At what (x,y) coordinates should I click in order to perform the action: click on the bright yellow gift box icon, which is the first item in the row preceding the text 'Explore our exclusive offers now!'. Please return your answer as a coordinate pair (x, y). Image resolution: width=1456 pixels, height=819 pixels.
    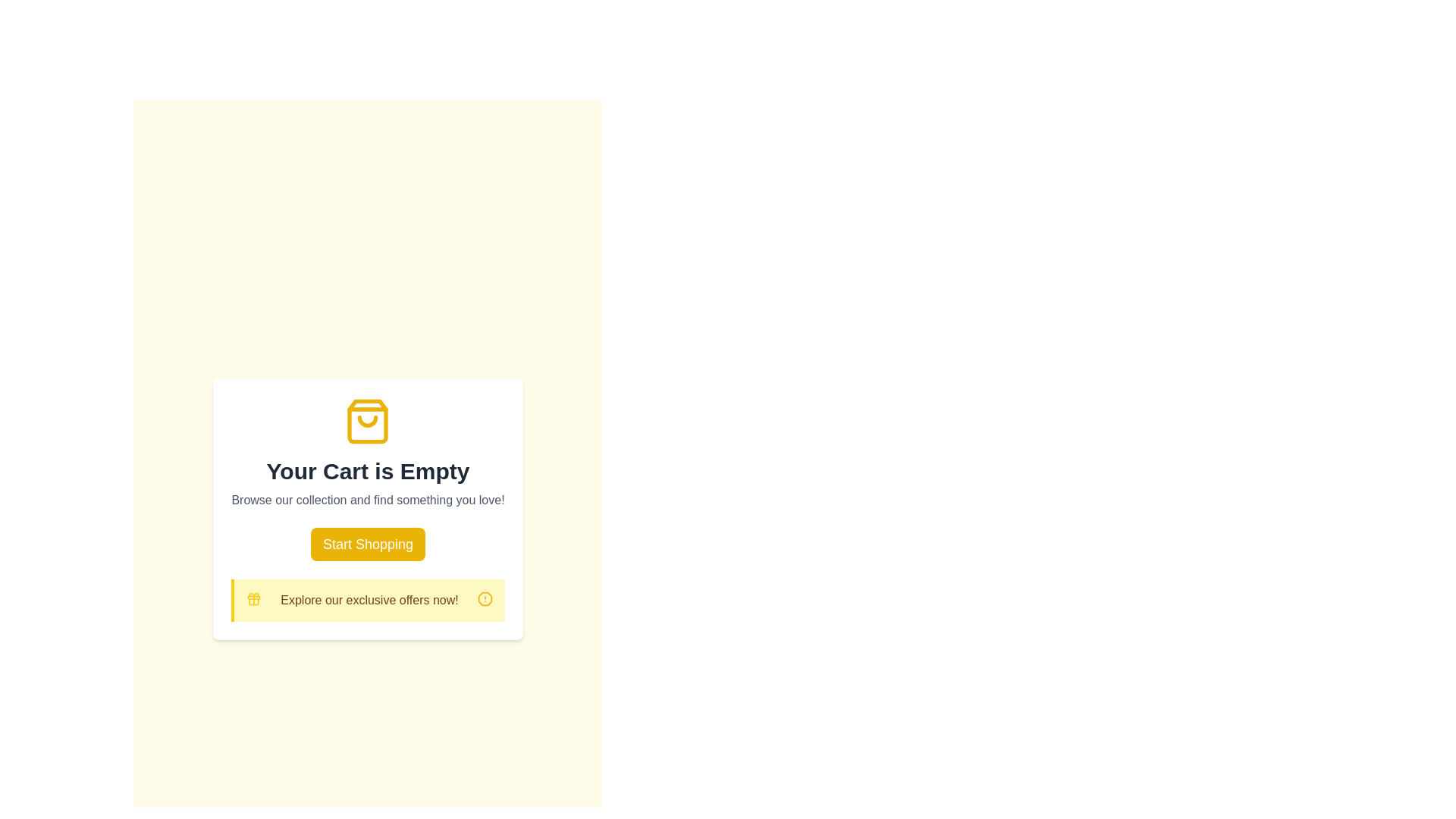
    Looking at the image, I should click on (254, 598).